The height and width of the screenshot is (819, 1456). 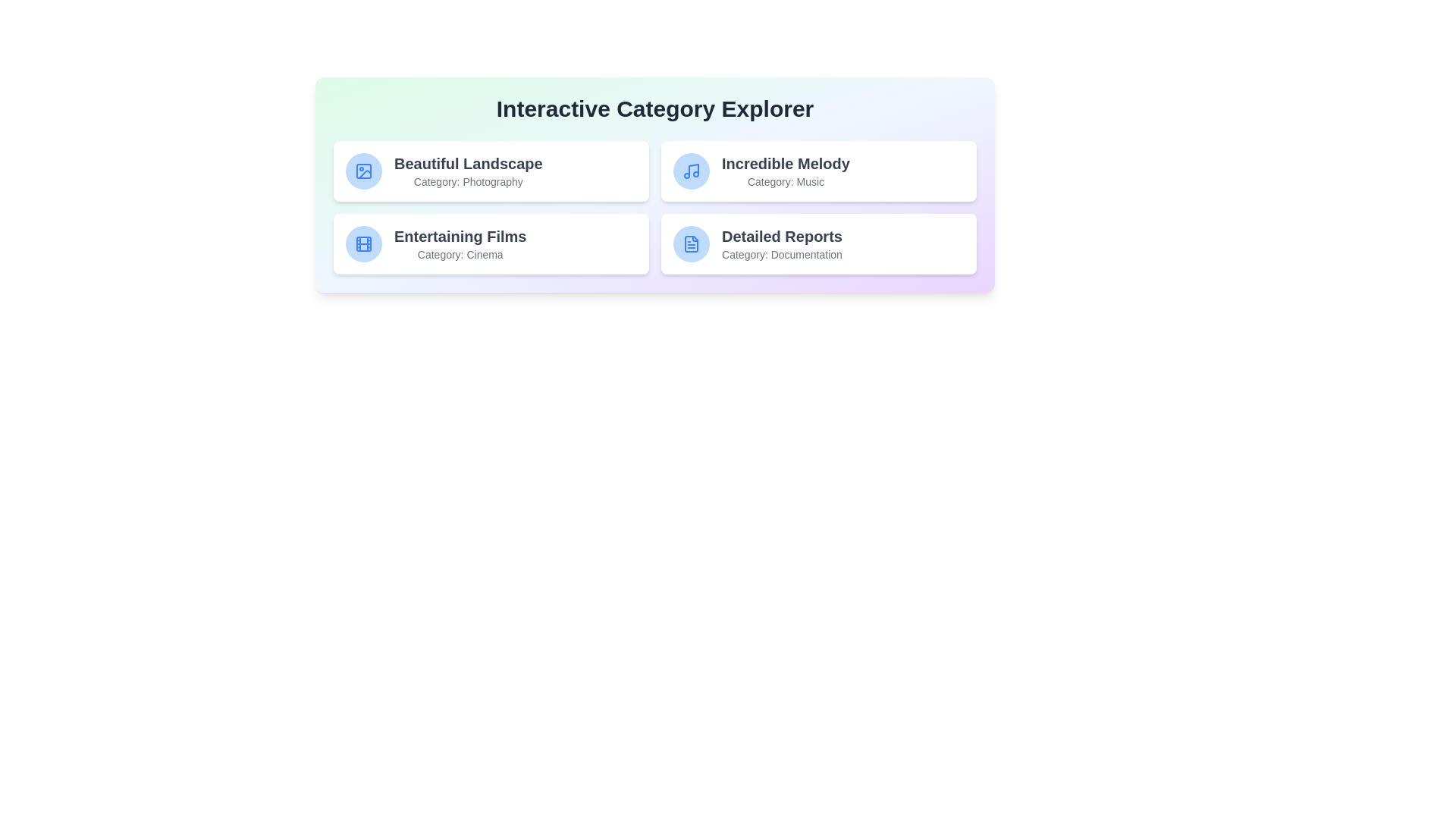 What do you see at coordinates (818, 171) in the screenshot?
I see `the card representing the category Incredible Melody` at bounding box center [818, 171].